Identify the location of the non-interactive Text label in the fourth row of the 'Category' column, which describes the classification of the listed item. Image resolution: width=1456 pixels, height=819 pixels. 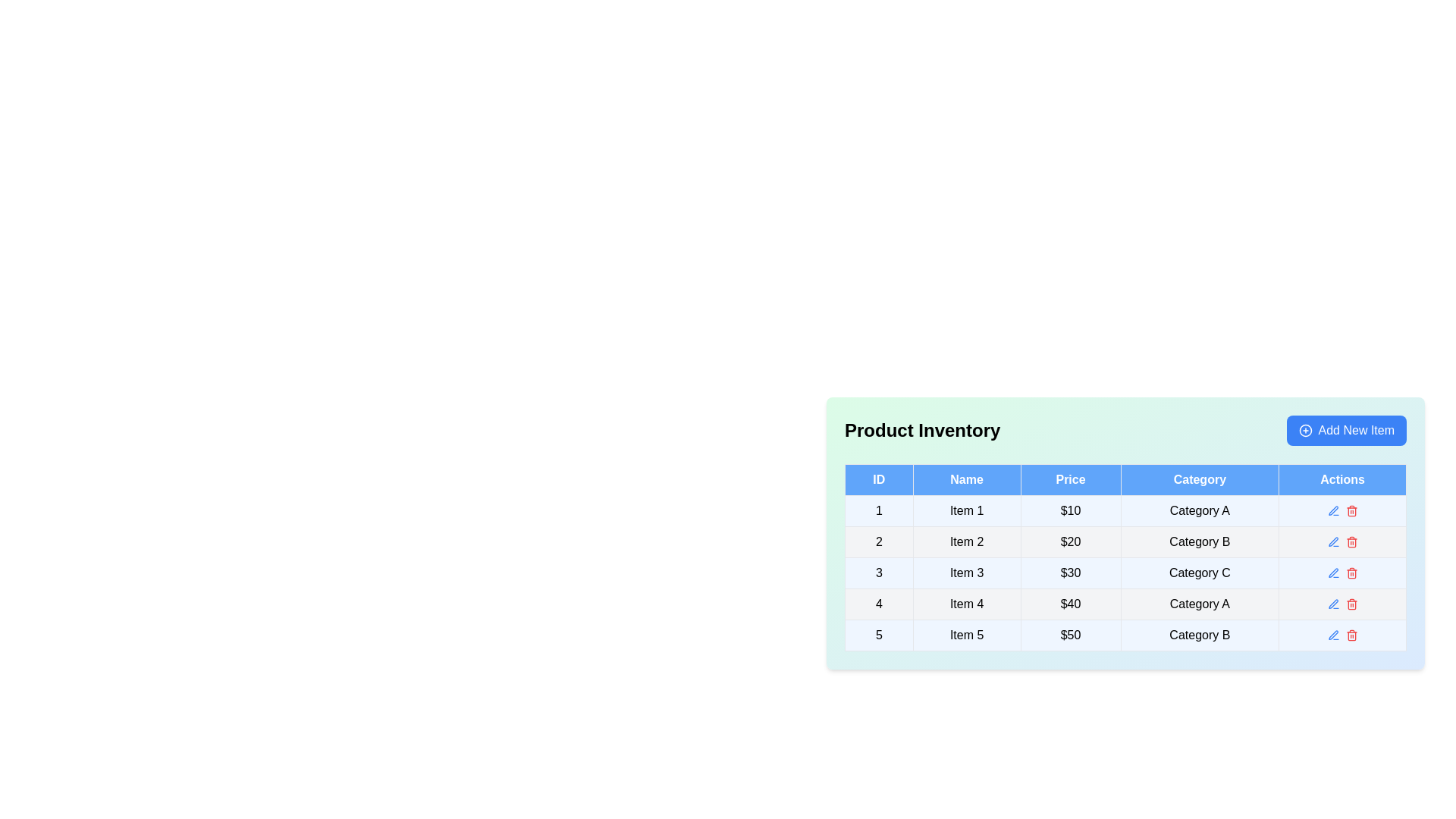
(1199, 604).